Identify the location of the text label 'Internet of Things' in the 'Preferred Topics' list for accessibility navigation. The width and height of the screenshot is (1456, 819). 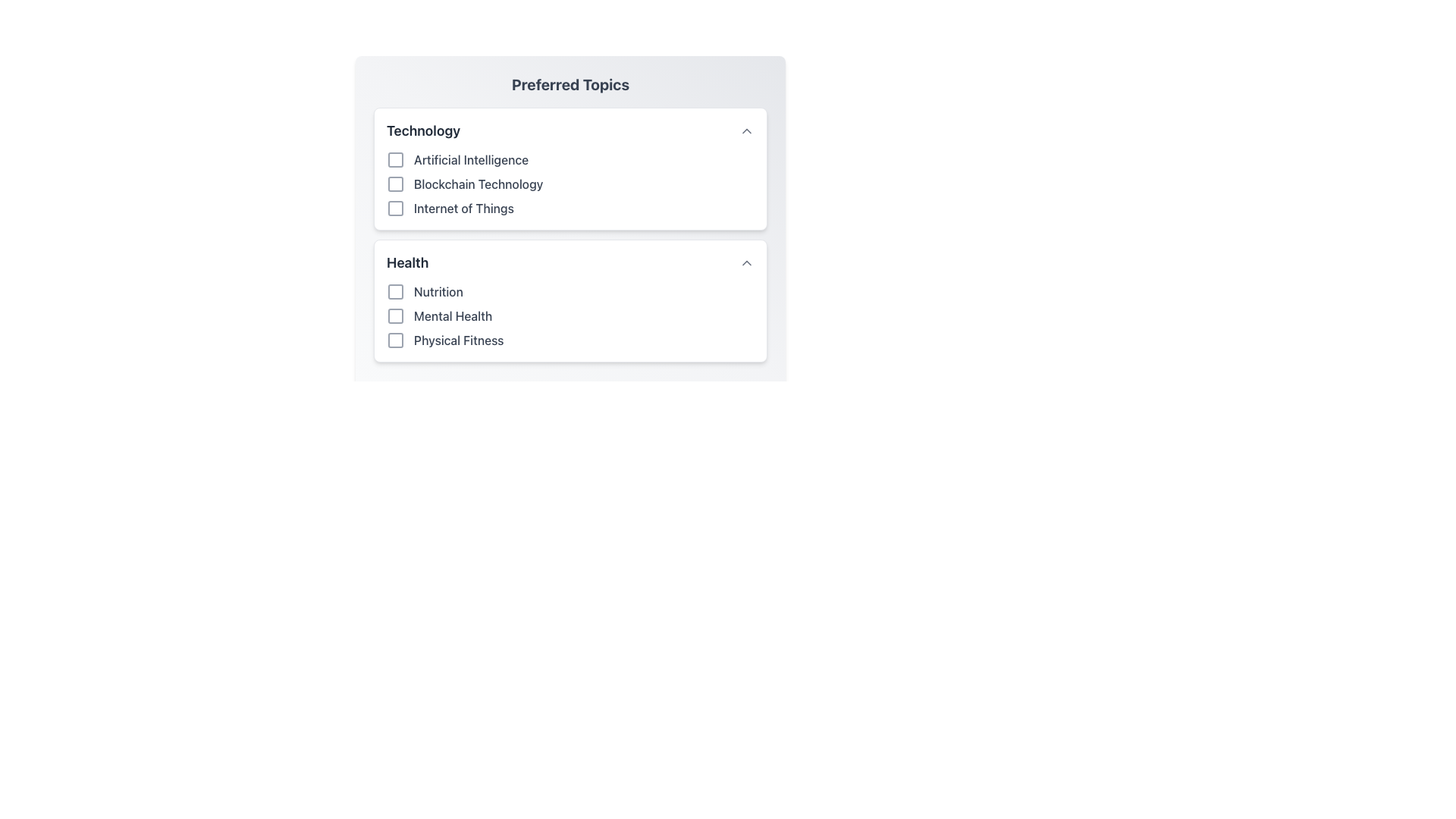
(570, 208).